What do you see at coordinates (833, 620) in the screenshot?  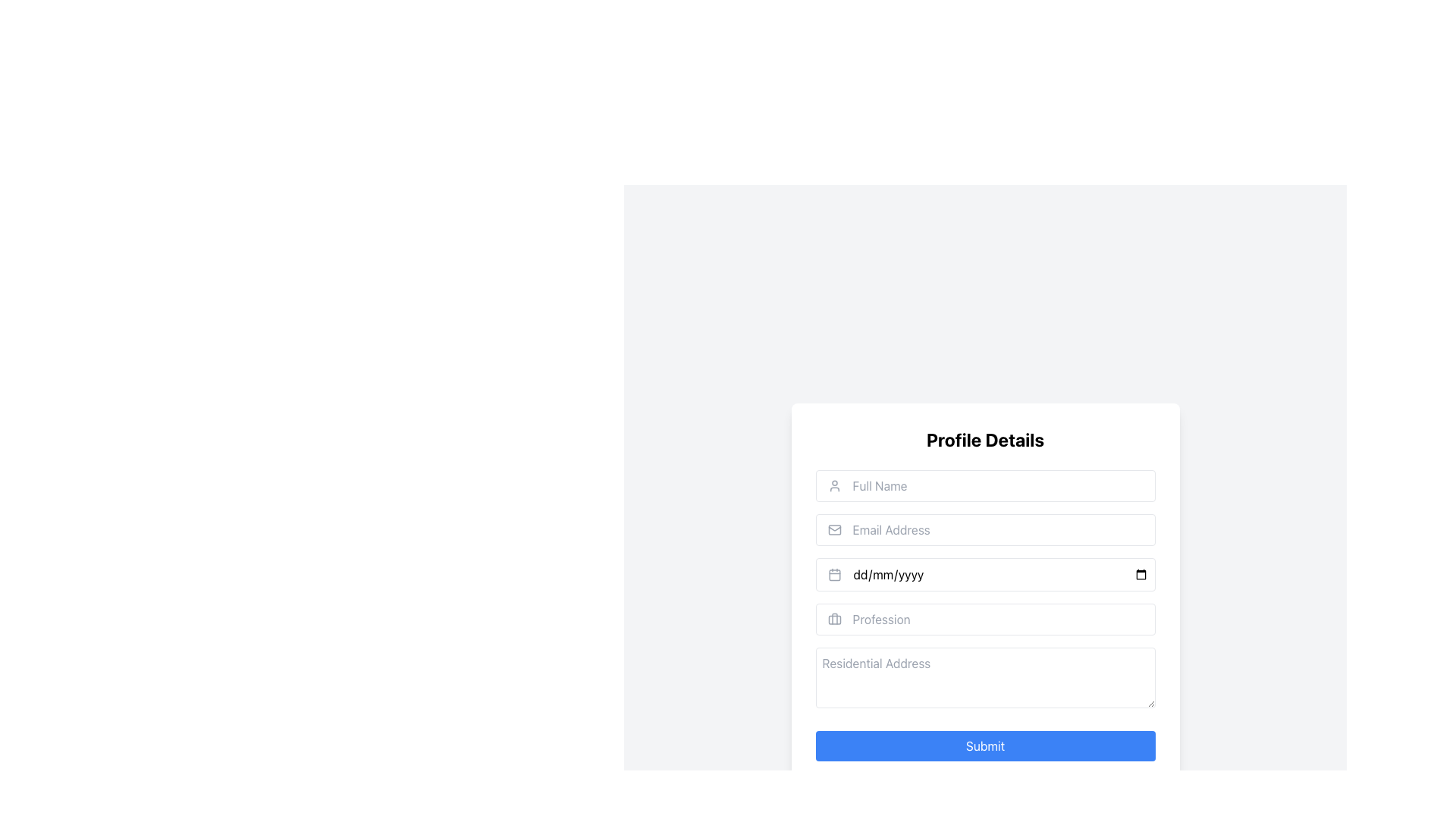 I see `the decorative icon positioned to the left of the 'Profession' input field in the form` at bounding box center [833, 620].